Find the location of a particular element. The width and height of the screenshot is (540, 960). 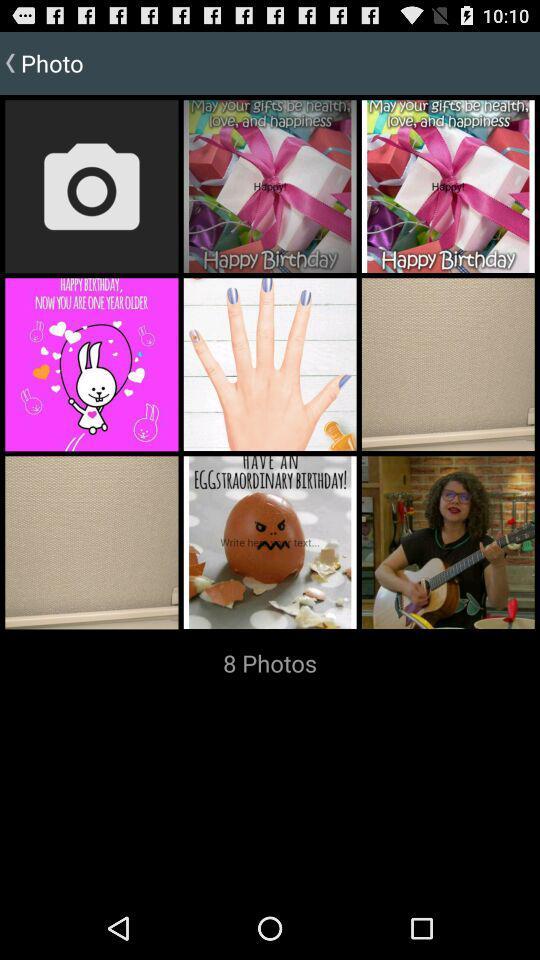

the 8 photos item is located at coordinates (270, 663).